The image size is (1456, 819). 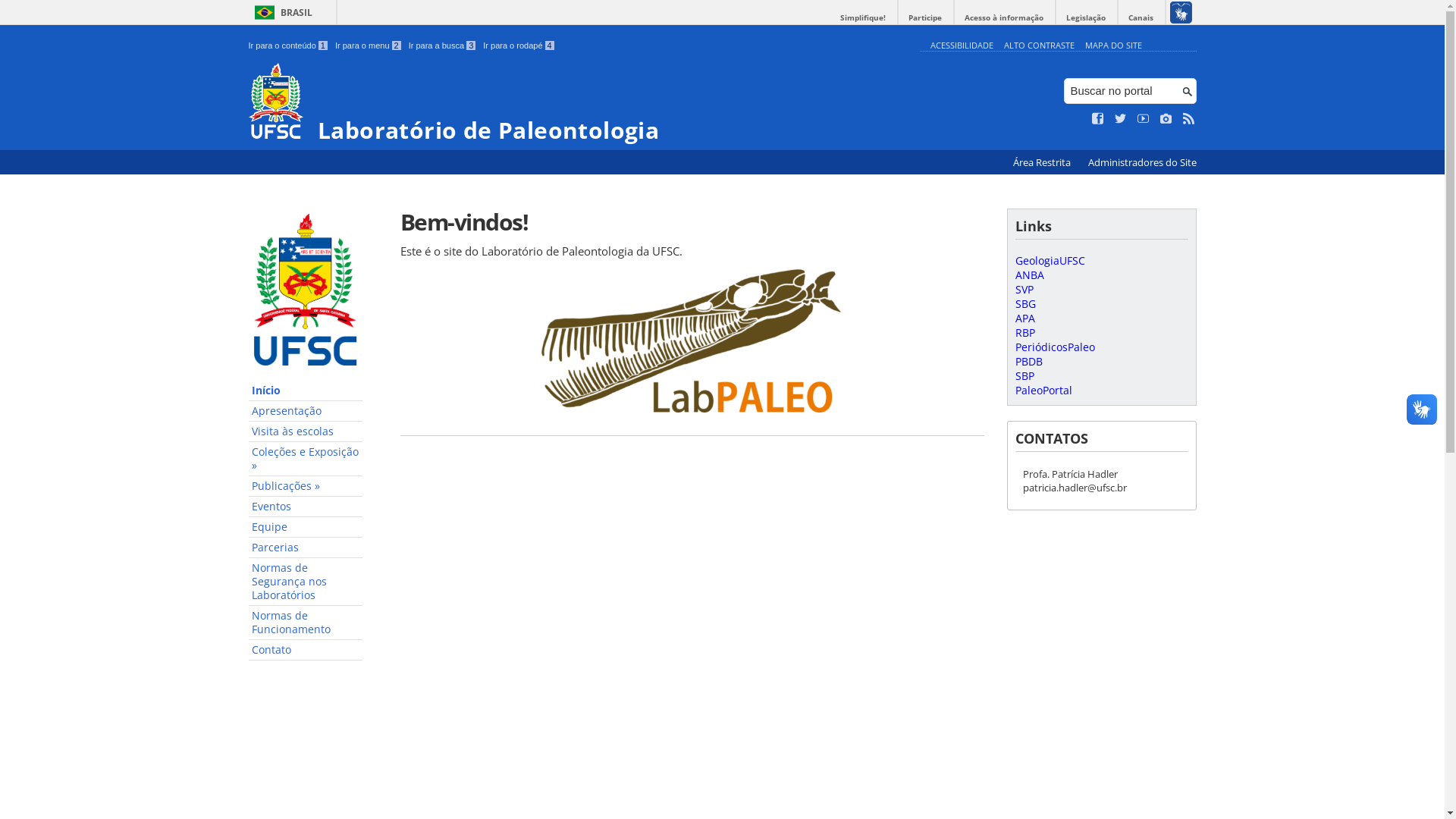 I want to click on 'GeologiaUFSC', so click(x=1048, y=259).